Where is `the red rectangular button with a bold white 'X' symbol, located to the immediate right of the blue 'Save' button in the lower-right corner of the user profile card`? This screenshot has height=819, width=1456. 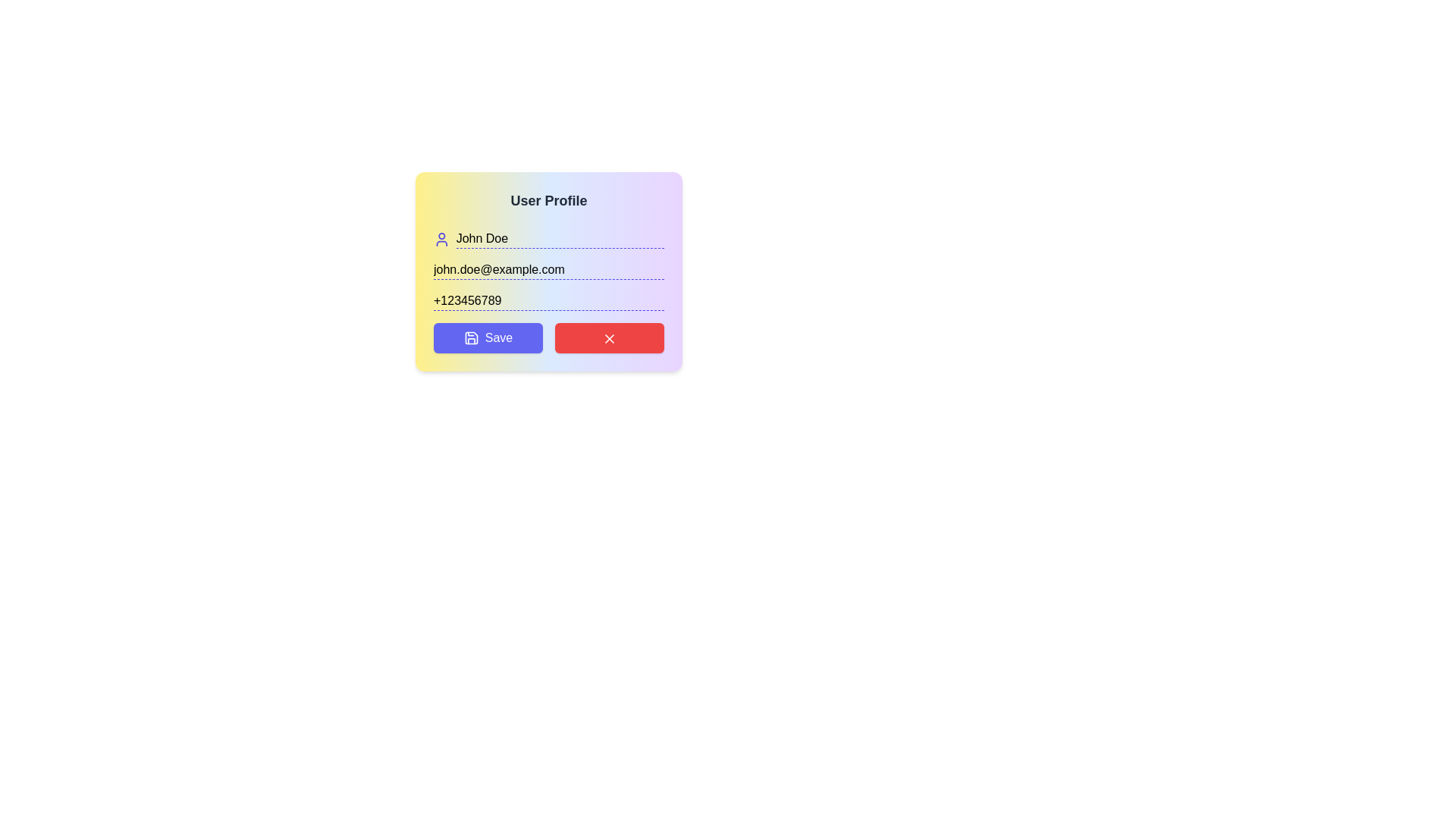
the red rectangular button with a bold white 'X' symbol, located to the immediate right of the blue 'Save' button in the lower-right corner of the user profile card is located at coordinates (610, 337).